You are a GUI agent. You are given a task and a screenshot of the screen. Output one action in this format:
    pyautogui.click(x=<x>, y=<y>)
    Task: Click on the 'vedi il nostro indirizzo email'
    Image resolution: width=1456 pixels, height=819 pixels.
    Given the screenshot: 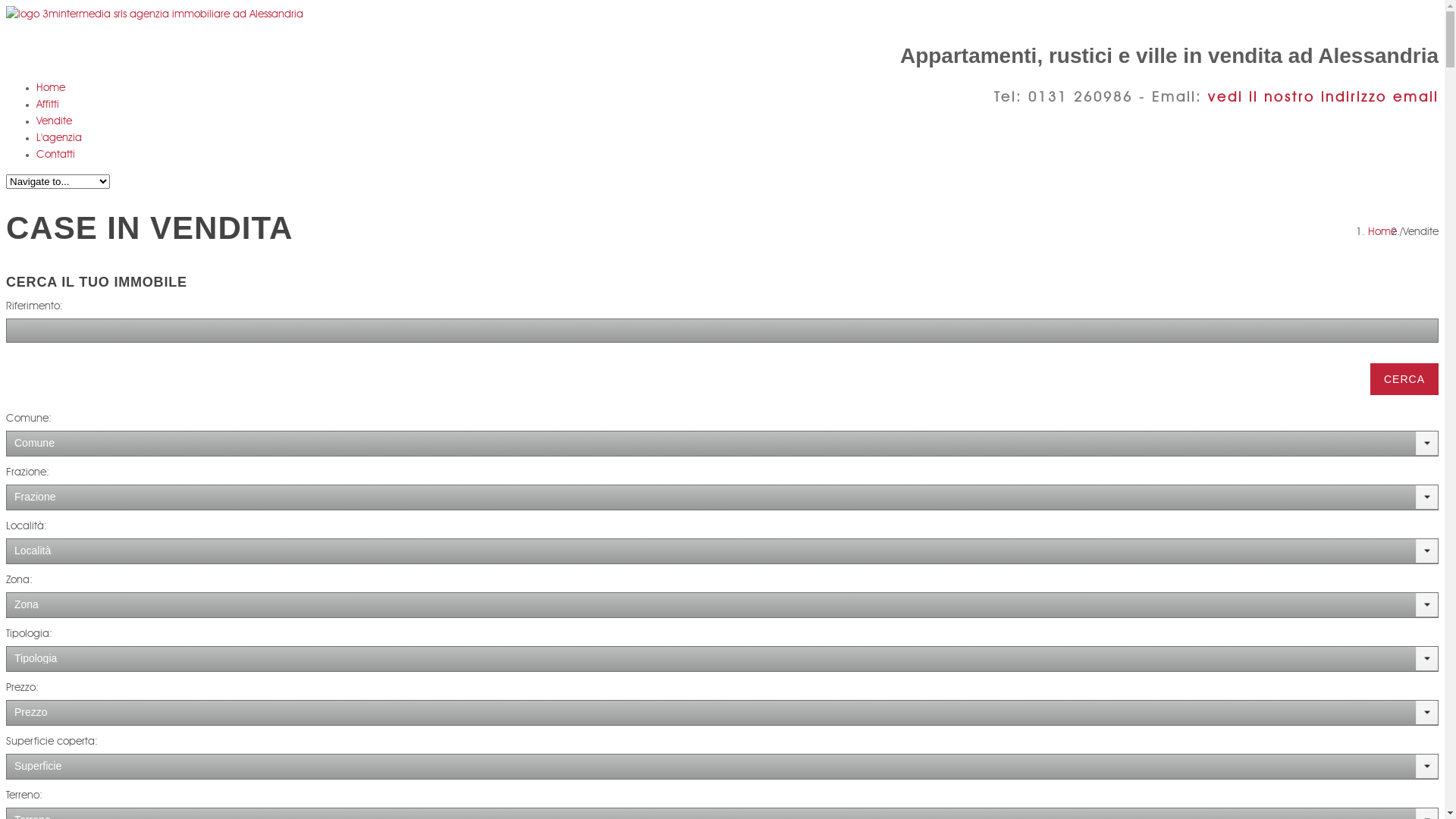 What is the action you would take?
    pyautogui.click(x=1323, y=97)
    